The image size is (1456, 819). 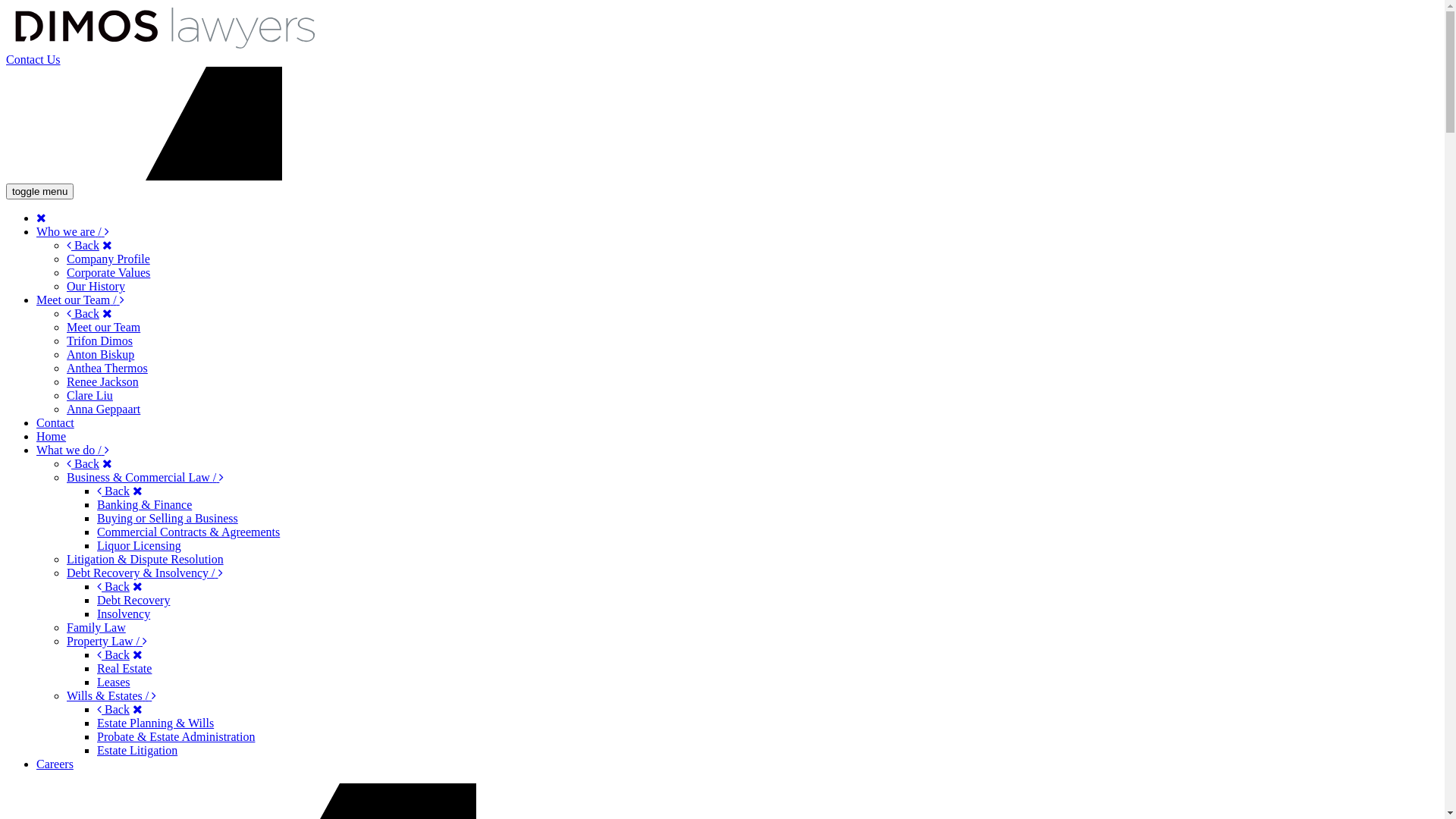 What do you see at coordinates (36, 449) in the screenshot?
I see `'What we do /'` at bounding box center [36, 449].